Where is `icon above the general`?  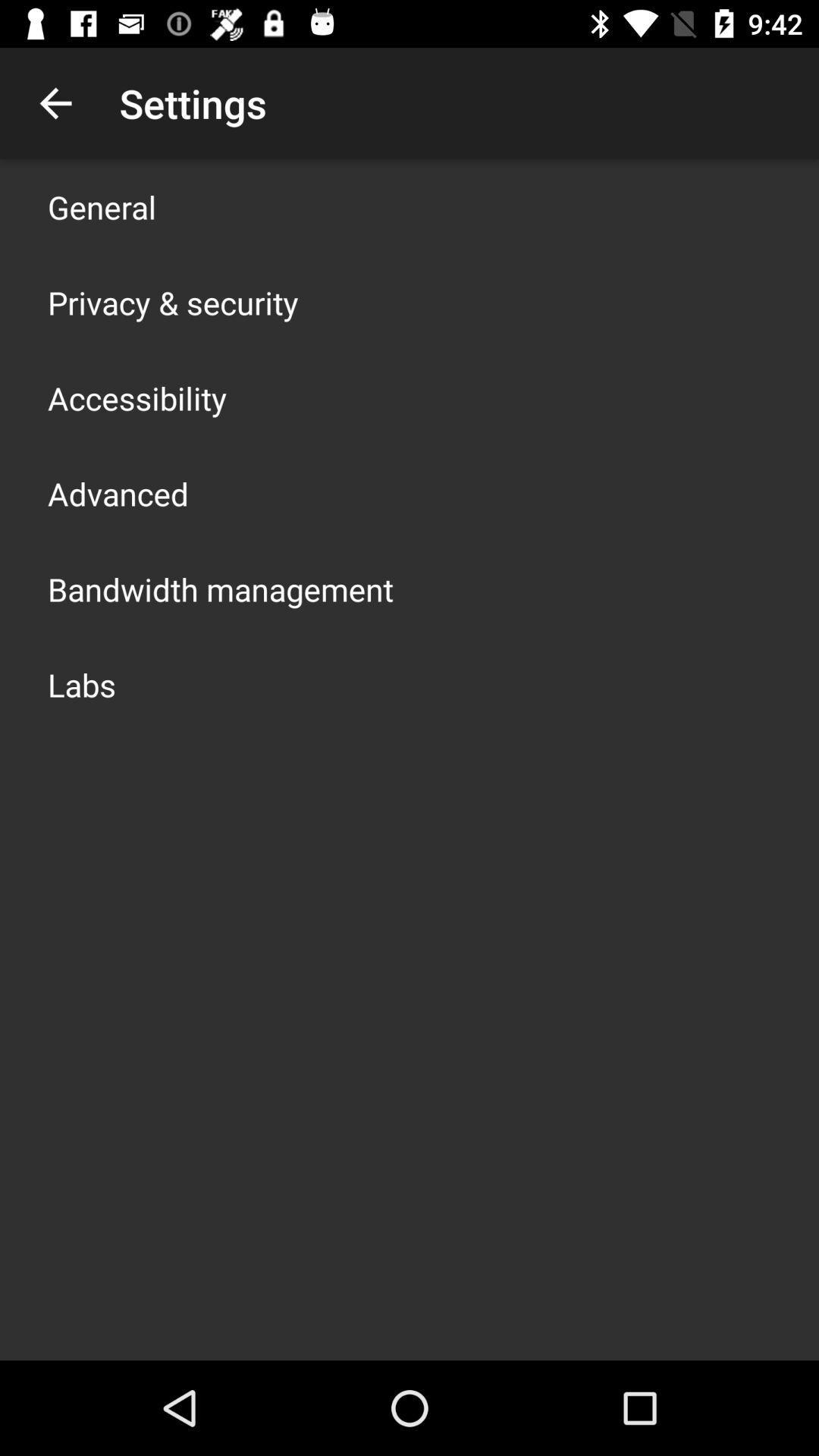 icon above the general is located at coordinates (55, 102).